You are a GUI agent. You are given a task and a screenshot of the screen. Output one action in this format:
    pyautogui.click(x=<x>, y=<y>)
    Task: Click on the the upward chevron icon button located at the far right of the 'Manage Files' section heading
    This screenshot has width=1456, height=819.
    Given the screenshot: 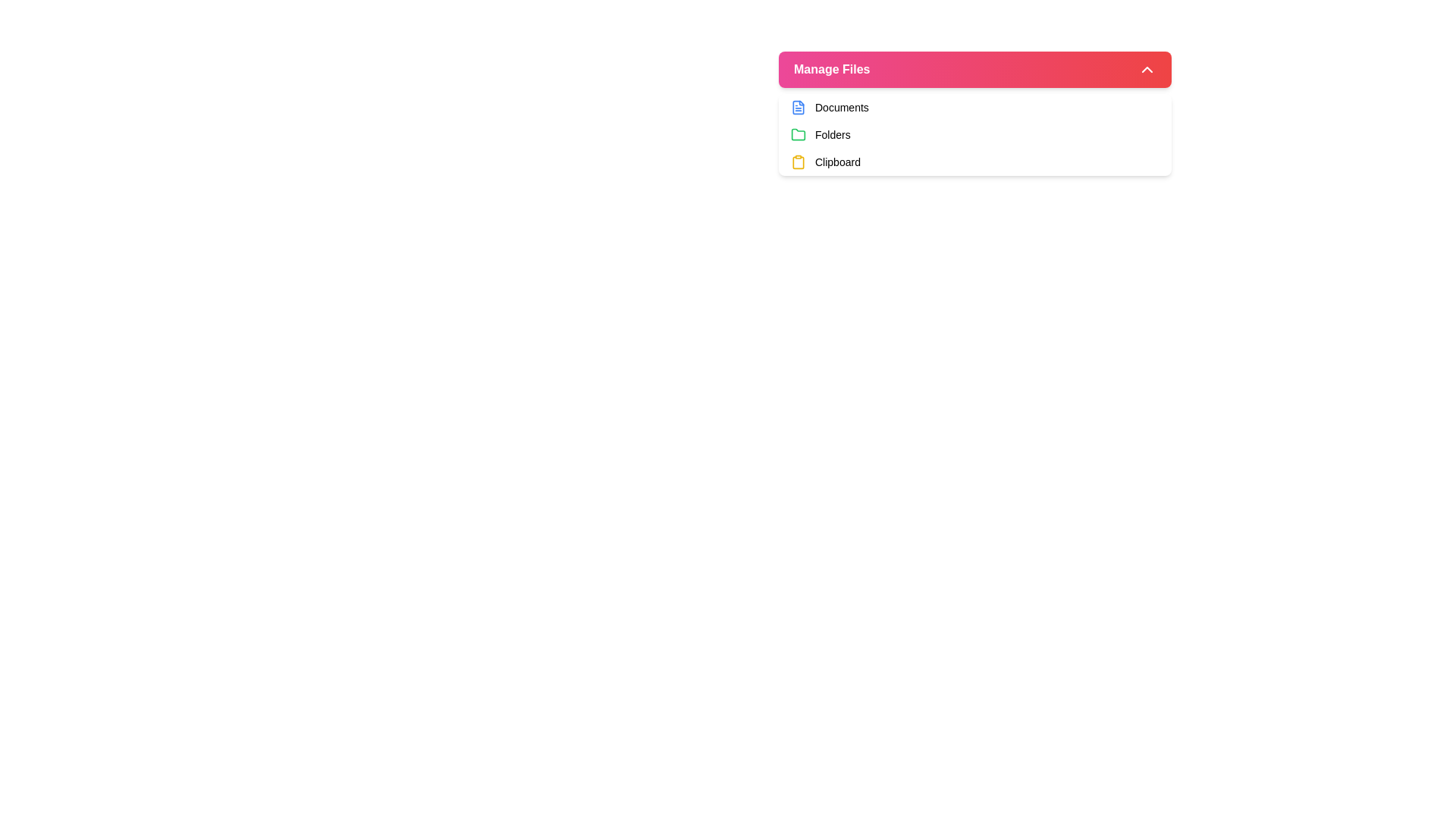 What is the action you would take?
    pyautogui.click(x=1147, y=70)
    